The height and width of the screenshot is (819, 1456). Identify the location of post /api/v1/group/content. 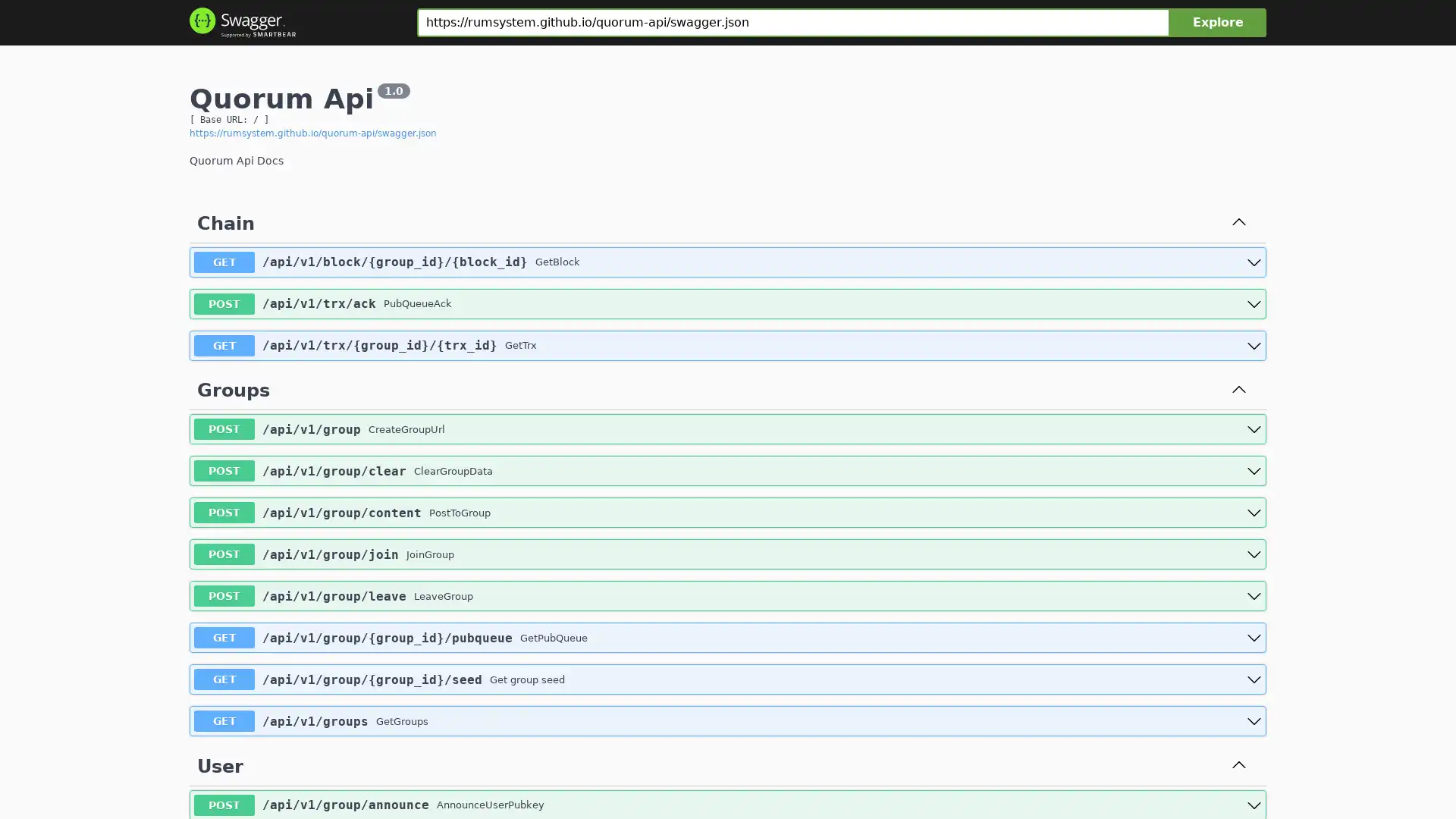
(728, 512).